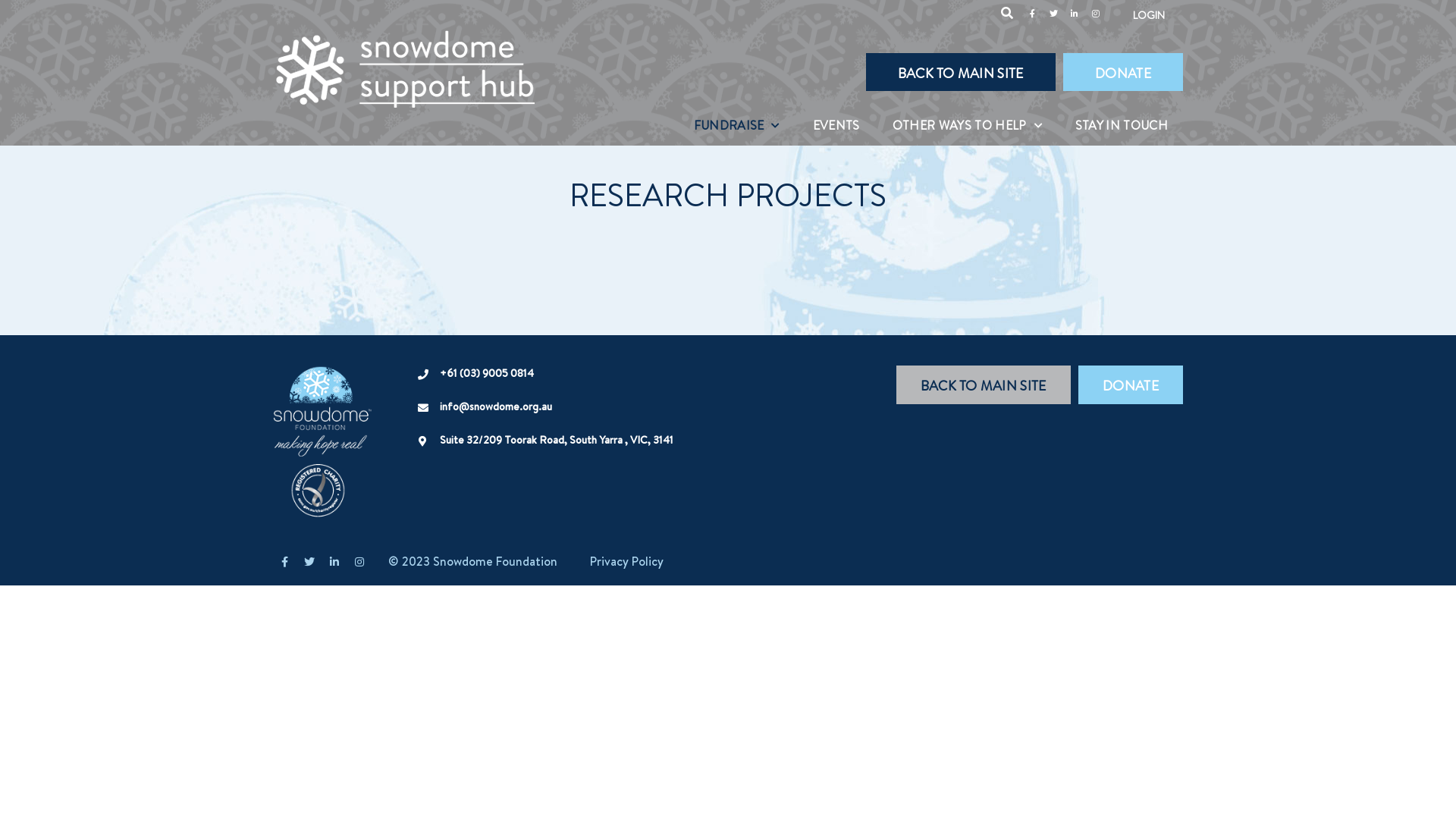 The width and height of the screenshot is (1456, 819). Describe the element at coordinates (487, 373) in the screenshot. I see `'+61 (03) 9005 0814'` at that location.